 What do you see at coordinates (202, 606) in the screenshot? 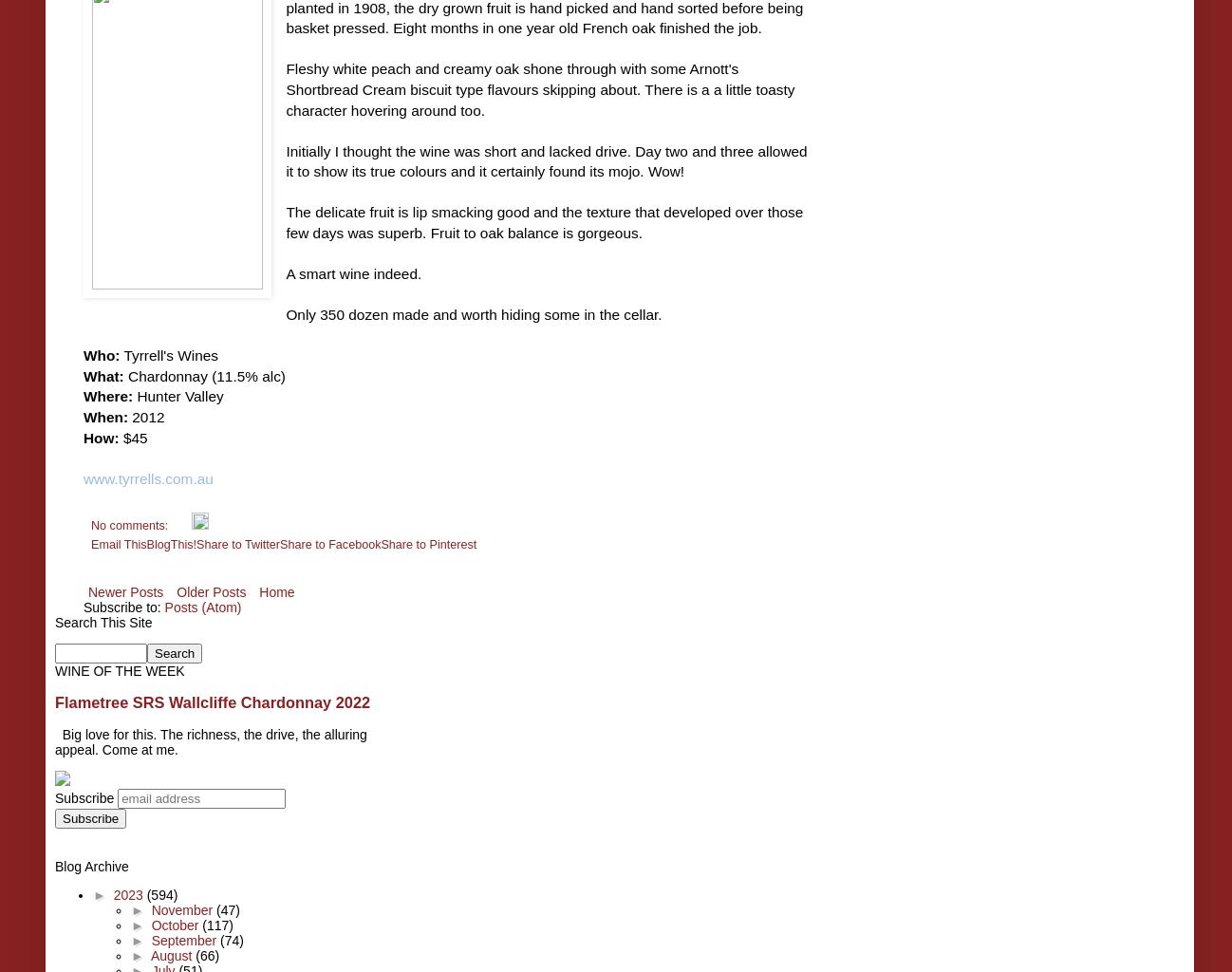
I see `'Posts (Atom)'` at bounding box center [202, 606].